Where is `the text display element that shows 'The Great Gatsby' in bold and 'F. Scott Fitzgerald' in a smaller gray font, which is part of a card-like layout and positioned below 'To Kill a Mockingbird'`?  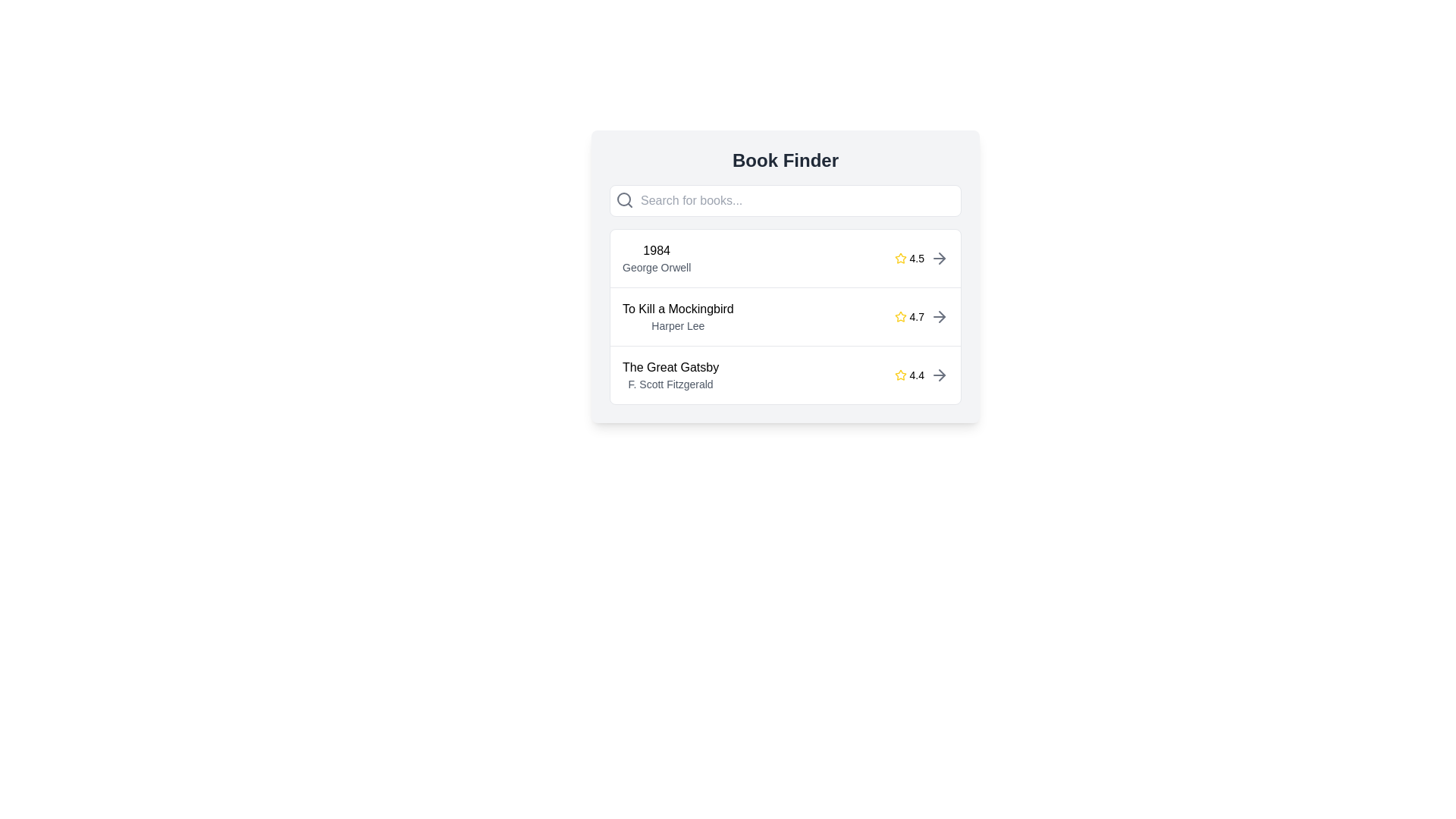
the text display element that shows 'The Great Gatsby' in bold and 'F. Scott Fitzgerald' in a smaller gray font, which is part of a card-like layout and positioned below 'To Kill a Mockingbird' is located at coordinates (670, 375).